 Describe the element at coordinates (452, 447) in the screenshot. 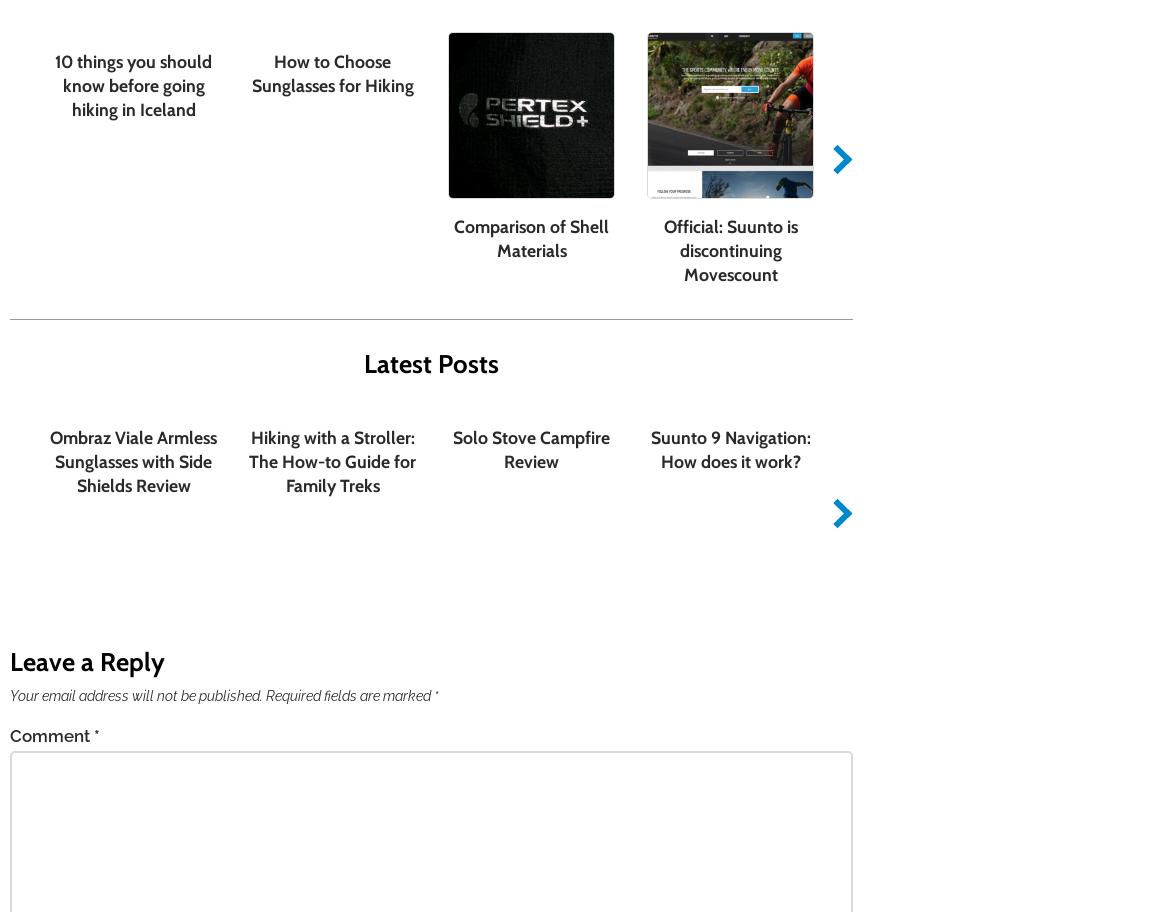

I see `'Solo Stove Campfire Review'` at that location.